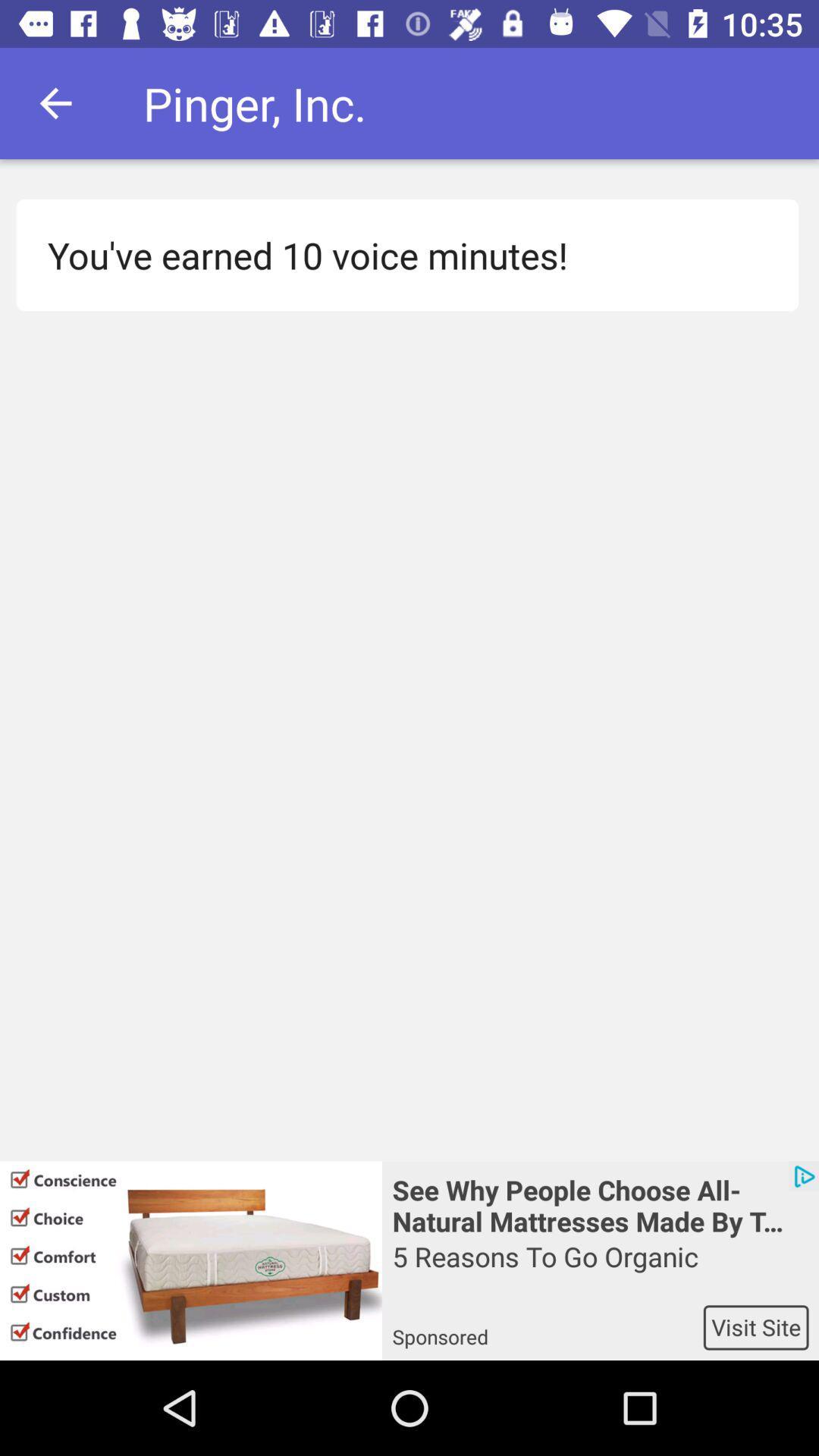 The image size is (819, 1456). Describe the element at coordinates (190, 1260) in the screenshot. I see `item below you ve earned item` at that location.